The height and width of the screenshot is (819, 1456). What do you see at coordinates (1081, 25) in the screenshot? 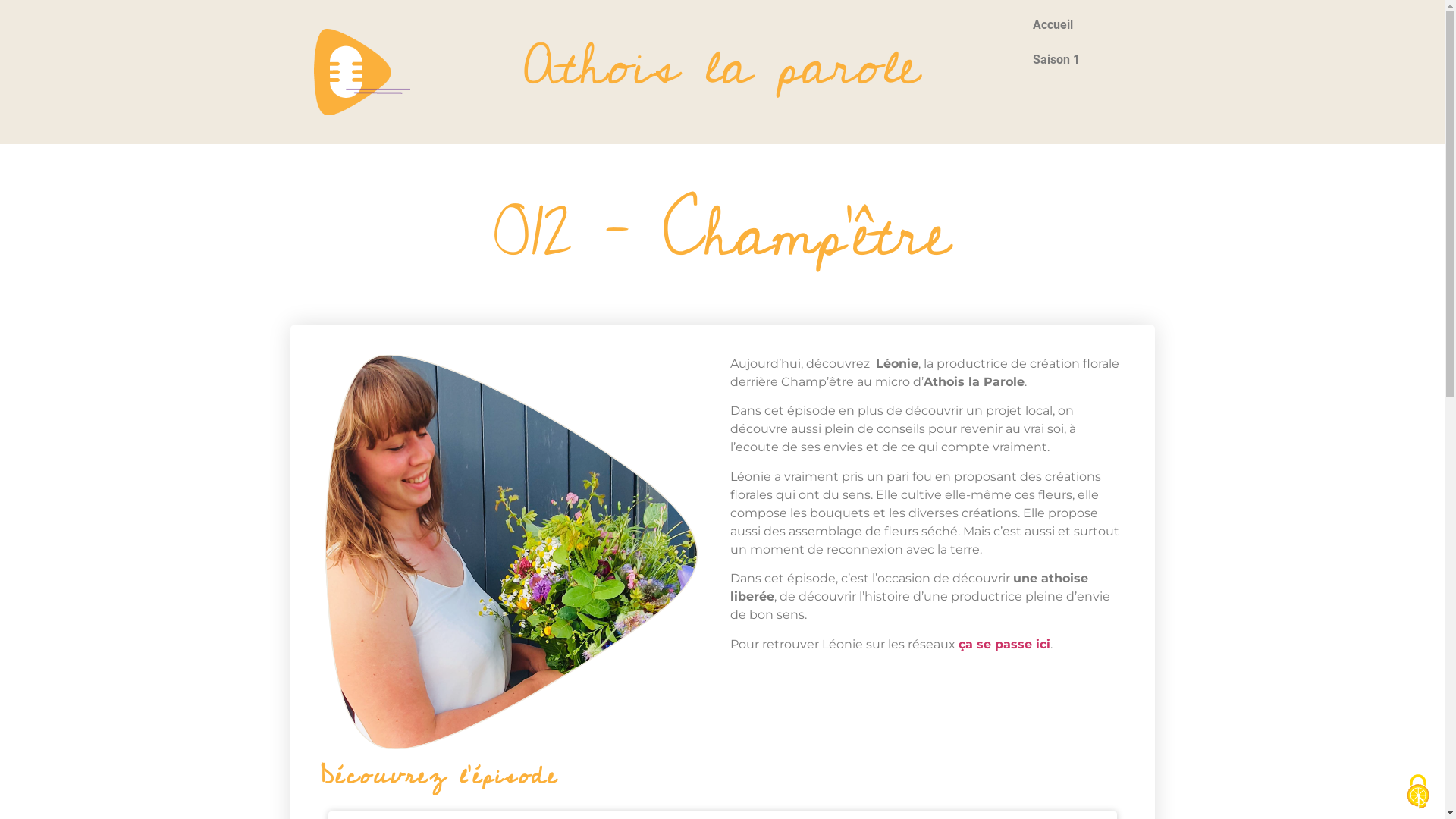
I see `'Accueil'` at bounding box center [1081, 25].